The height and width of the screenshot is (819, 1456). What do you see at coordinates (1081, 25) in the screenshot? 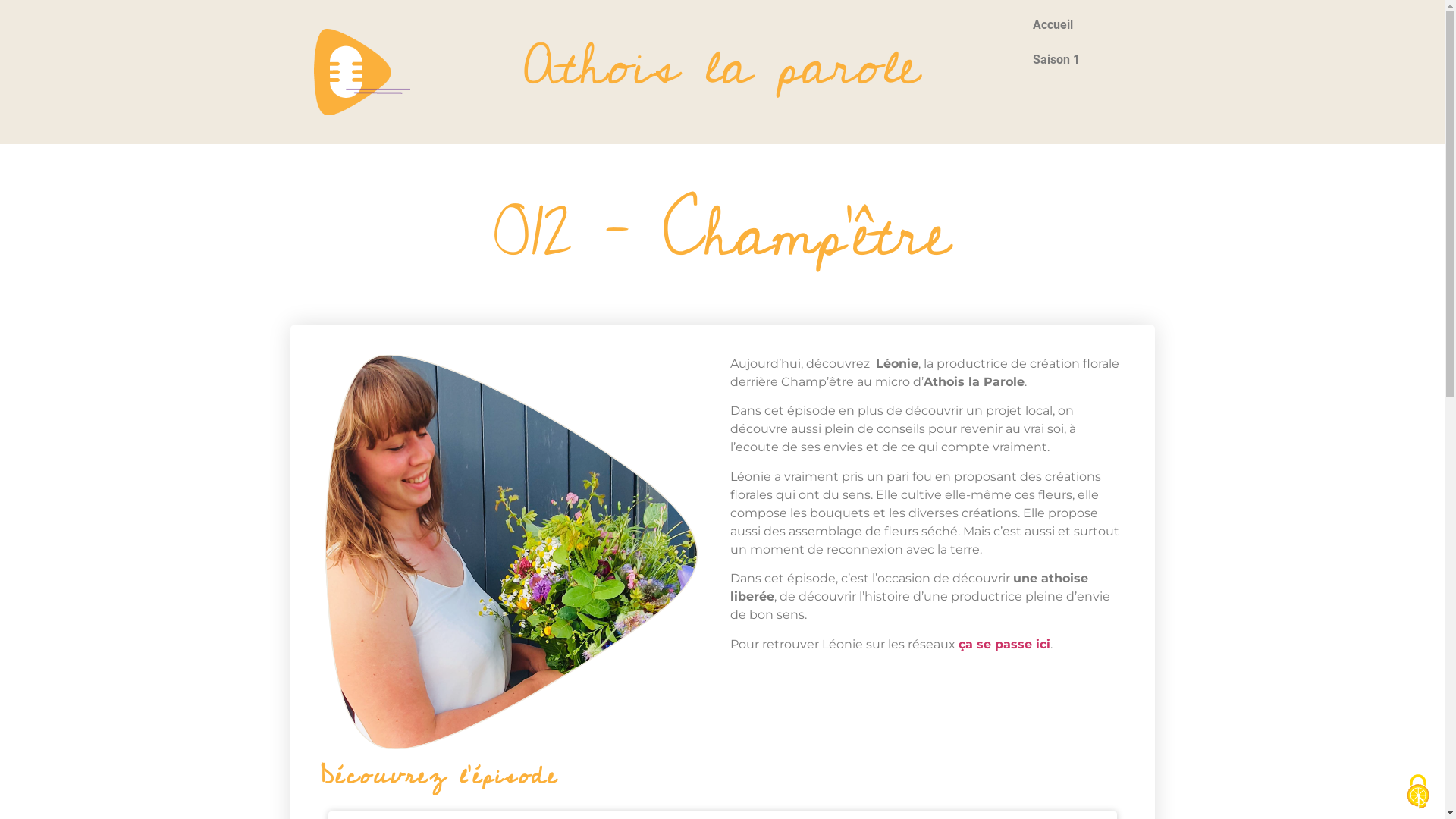
I see `'Accueil'` at bounding box center [1081, 25].